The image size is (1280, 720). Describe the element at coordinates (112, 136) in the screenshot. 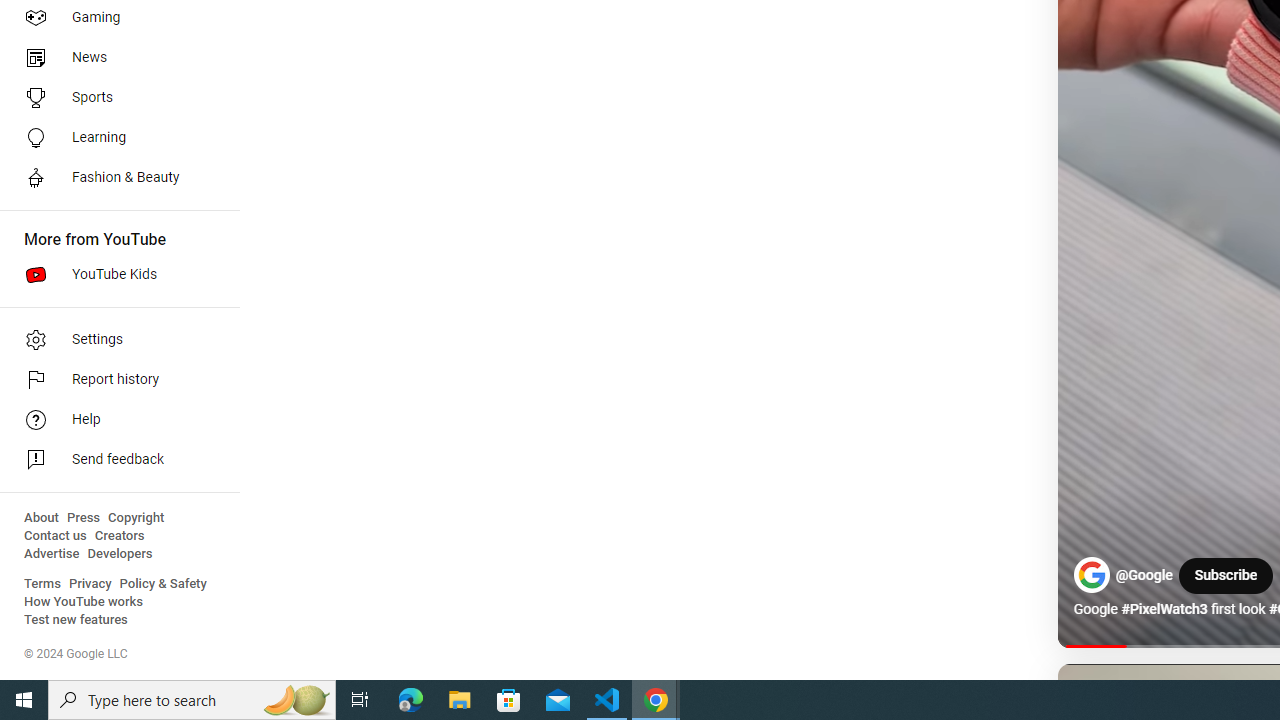

I see `'Learning'` at that location.